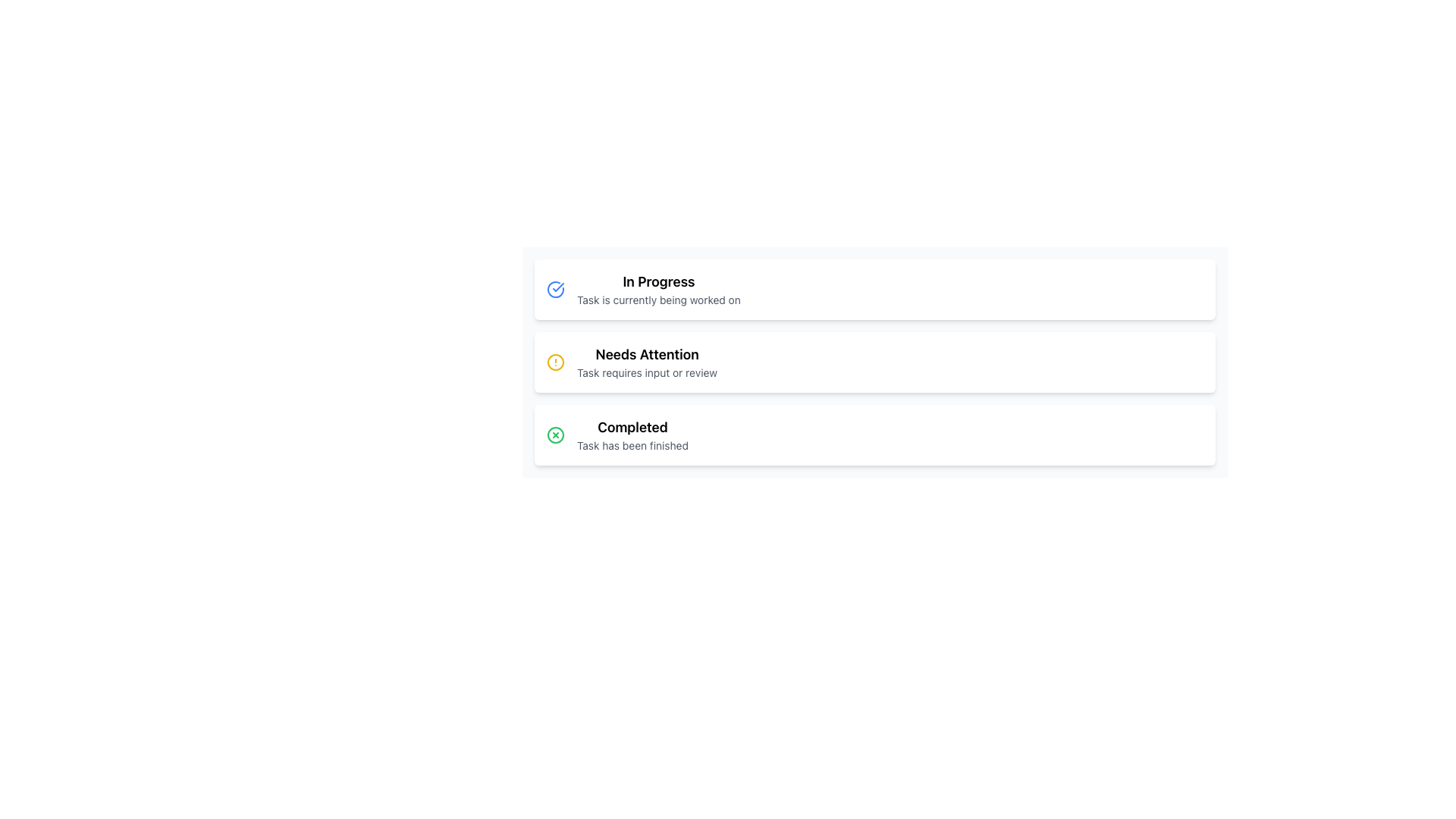 The width and height of the screenshot is (1456, 819). Describe the element at coordinates (647, 362) in the screenshot. I see `the unresolved task represented by the Text Display with Icon for review, located in the middle of the task list` at that location.